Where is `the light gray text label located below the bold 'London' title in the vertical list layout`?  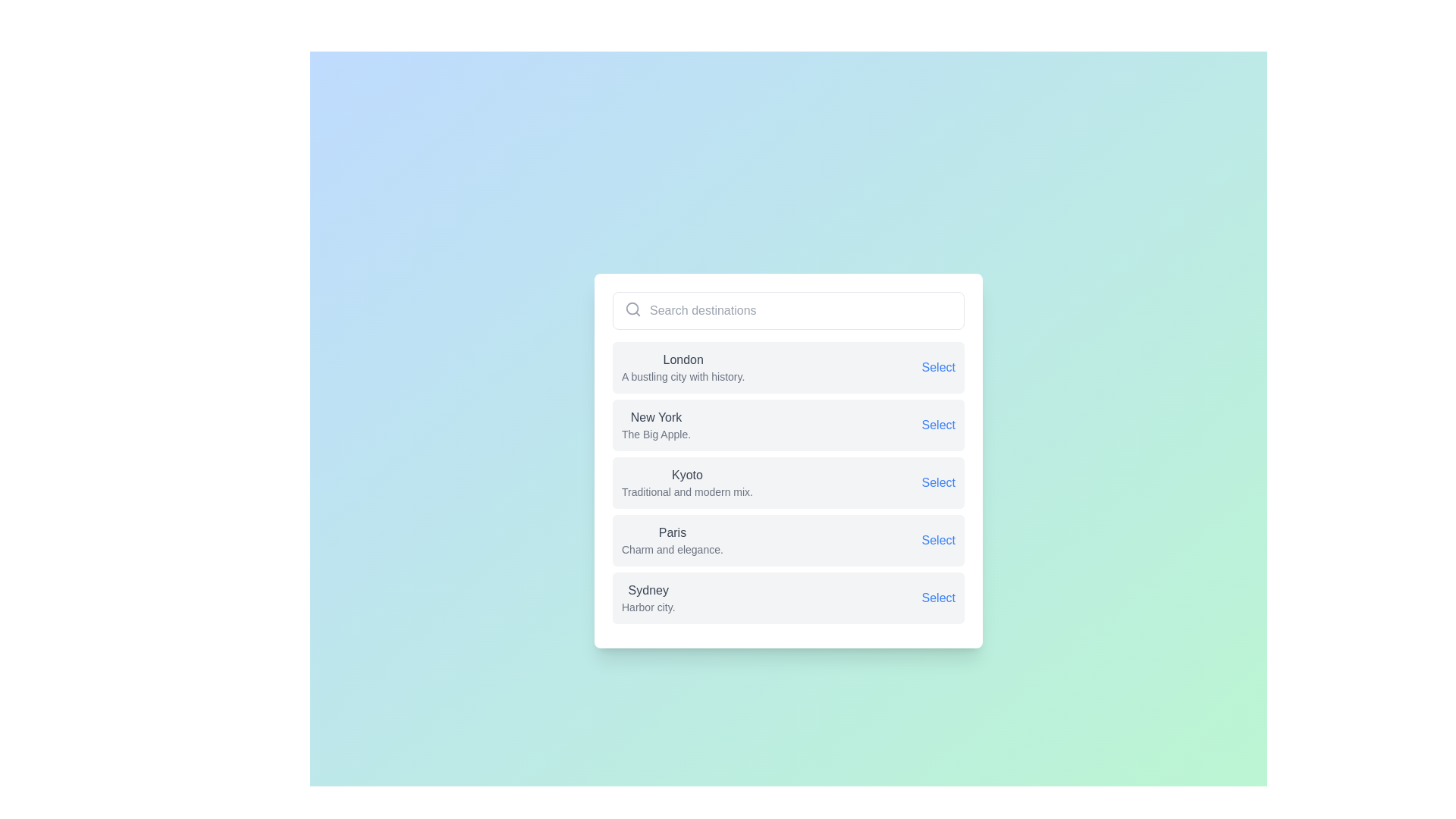
the light gray text label located below the bold 'London' title in the vertical list layout is located at coordinates (682, 376).